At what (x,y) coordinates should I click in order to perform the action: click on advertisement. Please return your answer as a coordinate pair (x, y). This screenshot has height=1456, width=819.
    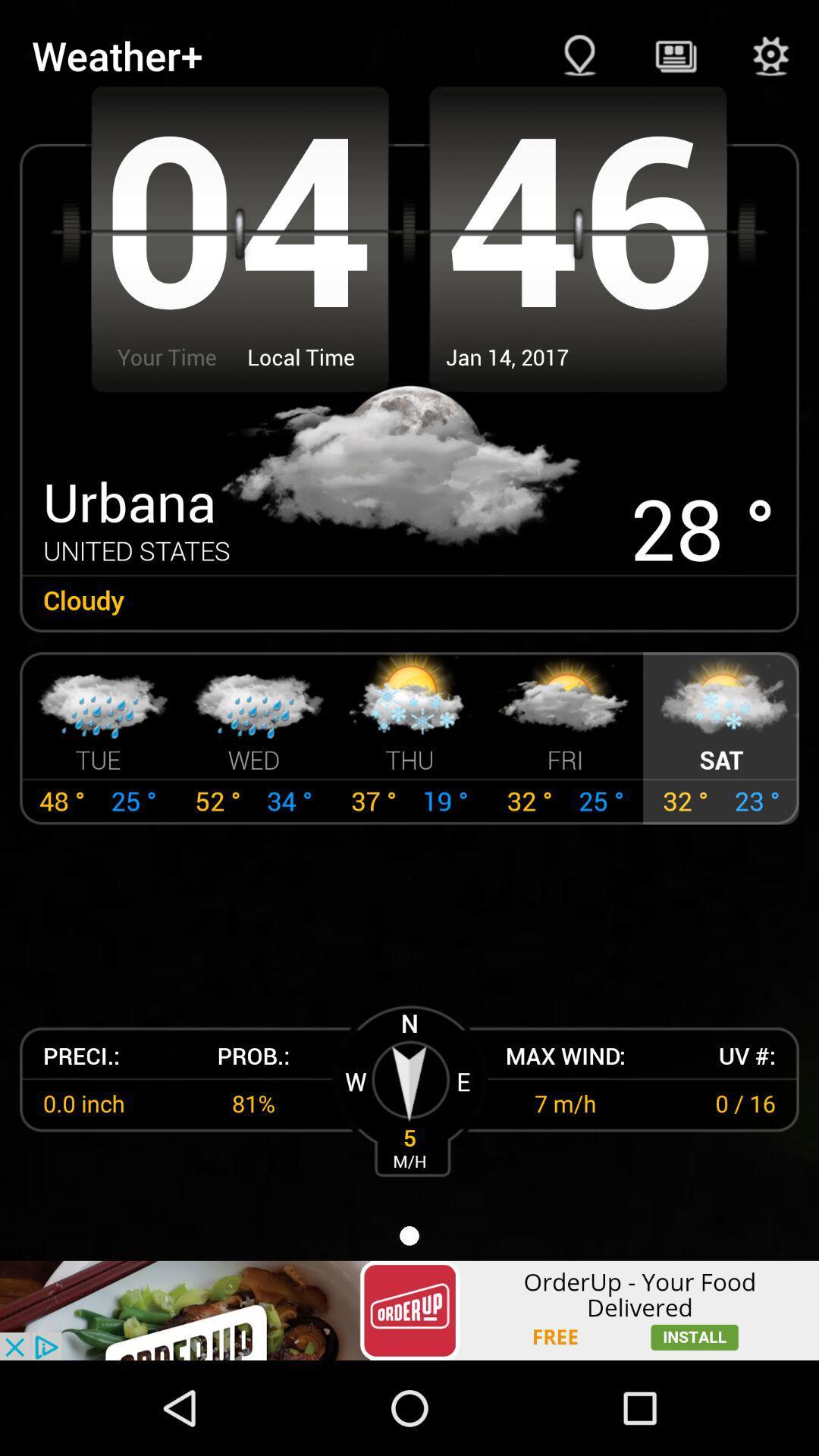
    Looking at the image, I should click on (409, 1310).